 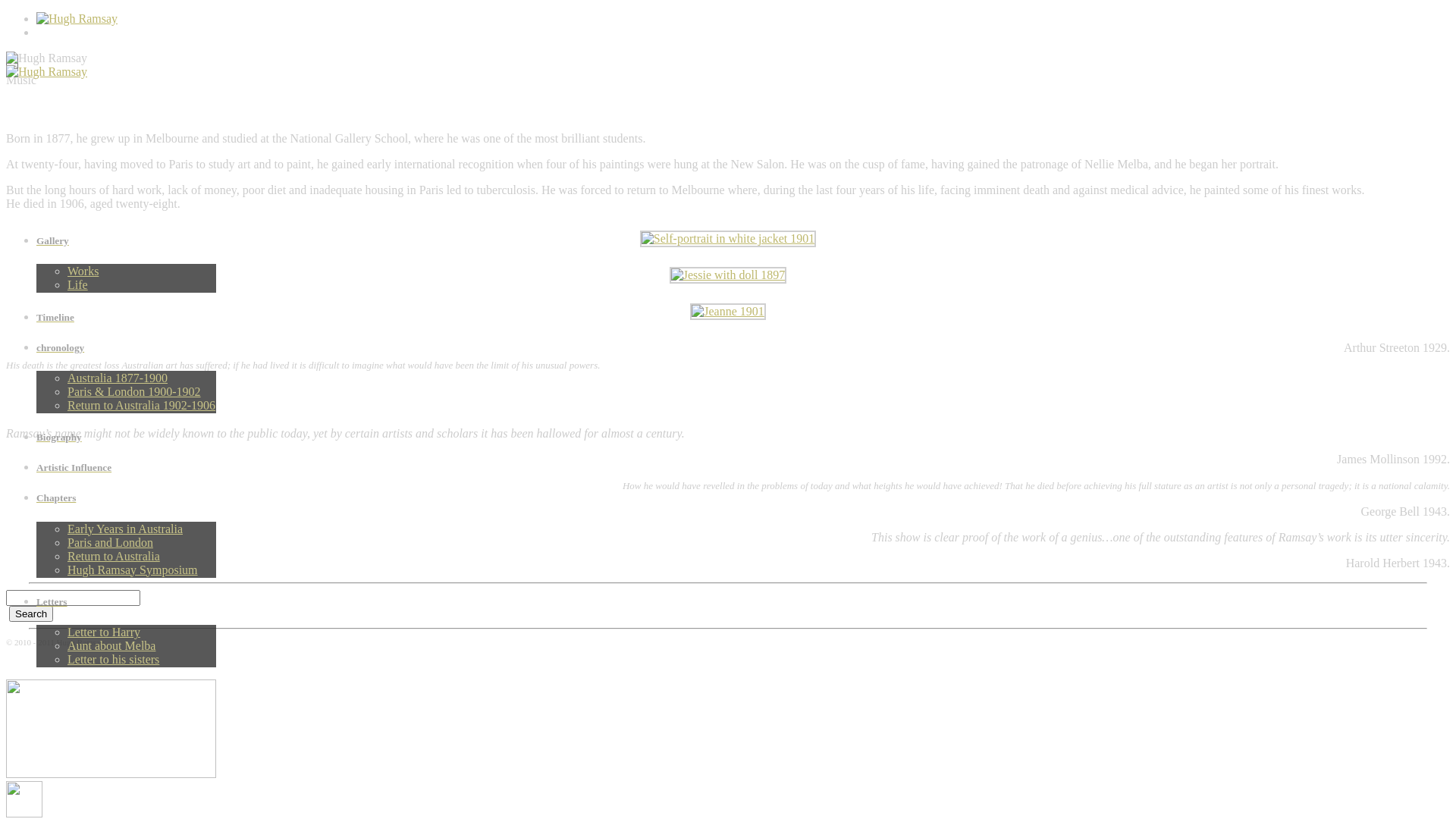 I want to click on 'Gallery', so click(x=36, y=240).